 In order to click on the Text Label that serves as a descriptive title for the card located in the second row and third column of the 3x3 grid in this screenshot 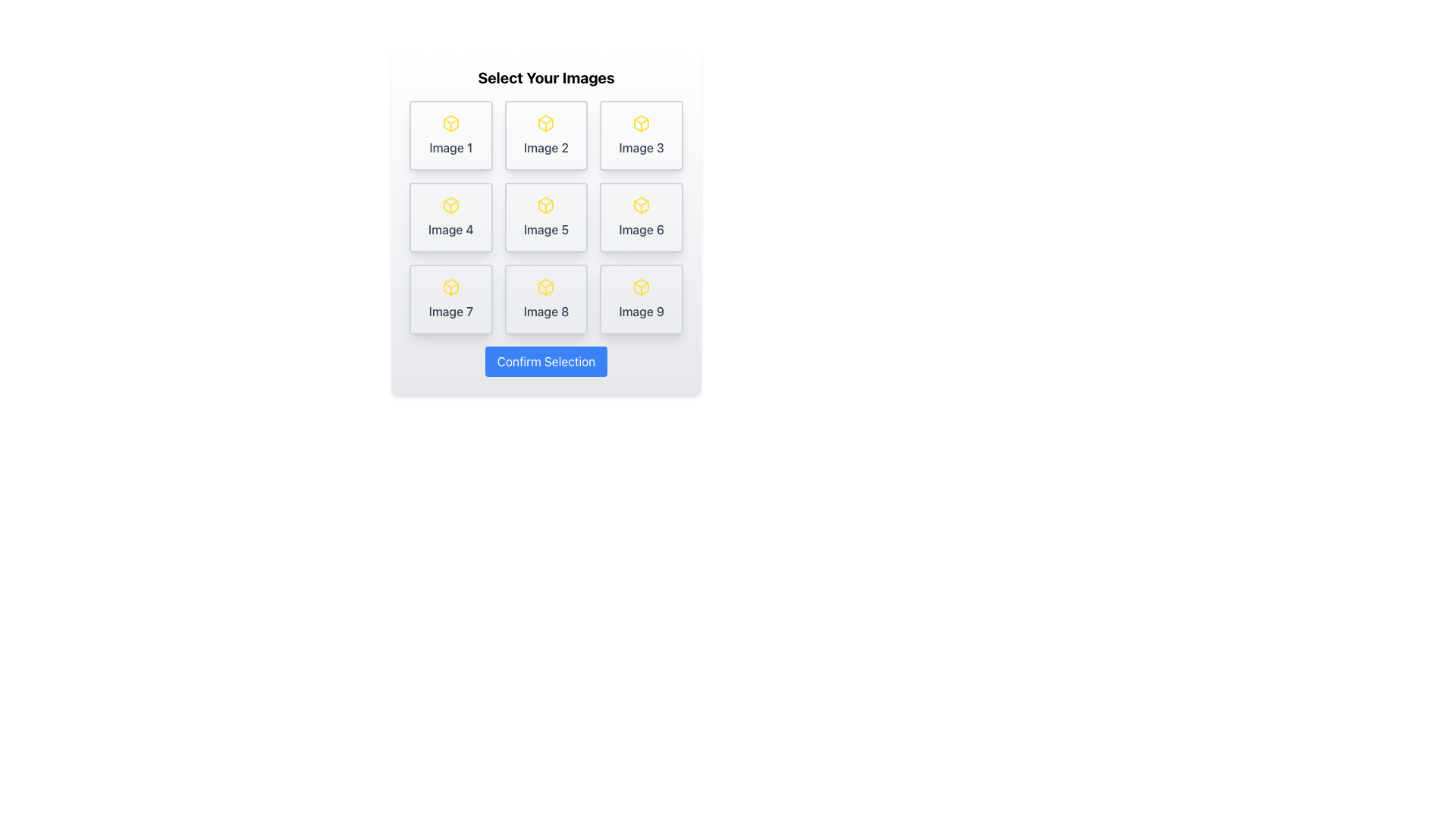, I will do `click(546, 311)`.